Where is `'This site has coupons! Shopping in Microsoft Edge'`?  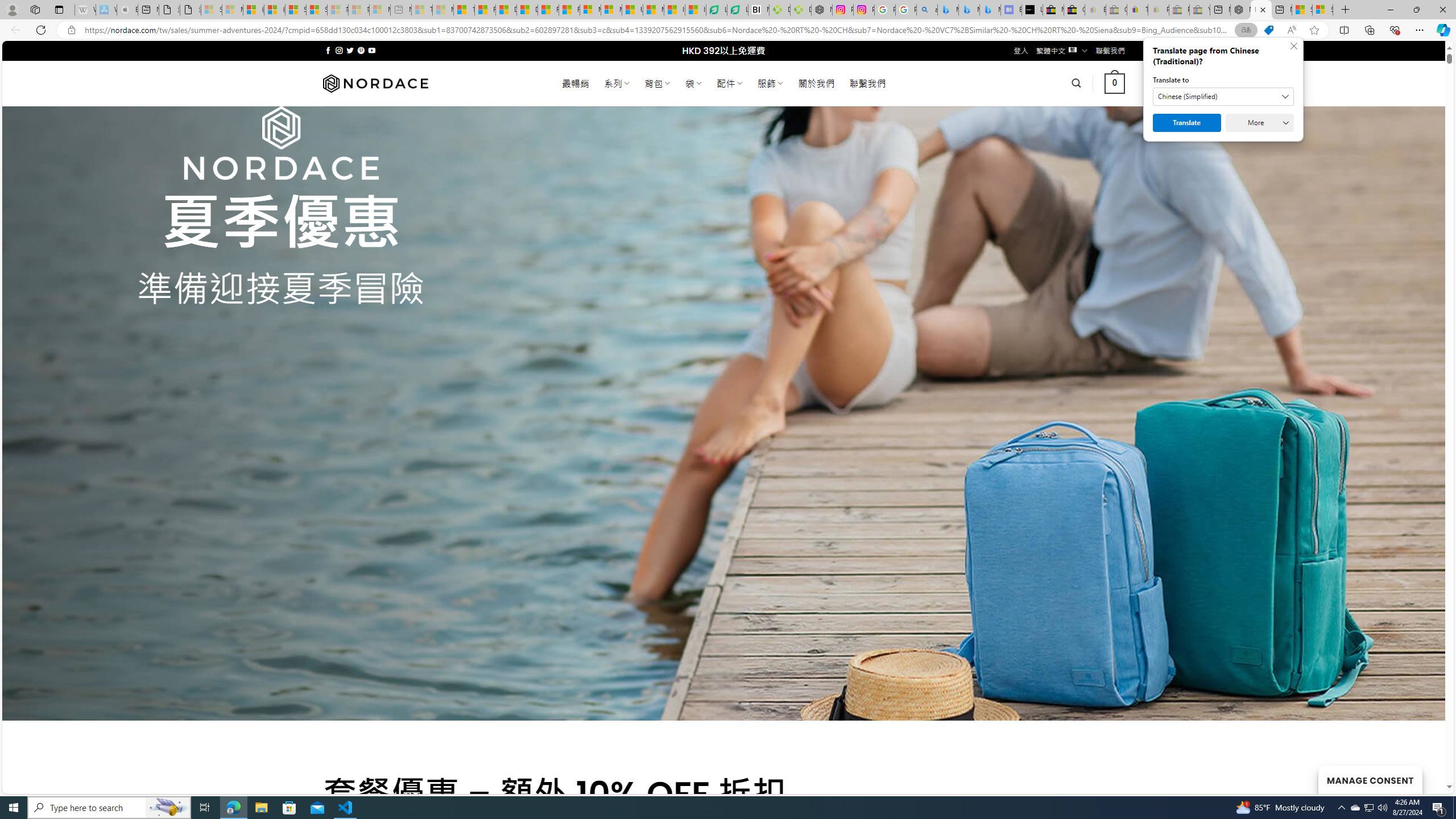
'This site has coupons! Shopping in Microsoft Edge' is located at coordinates (1268, 30).